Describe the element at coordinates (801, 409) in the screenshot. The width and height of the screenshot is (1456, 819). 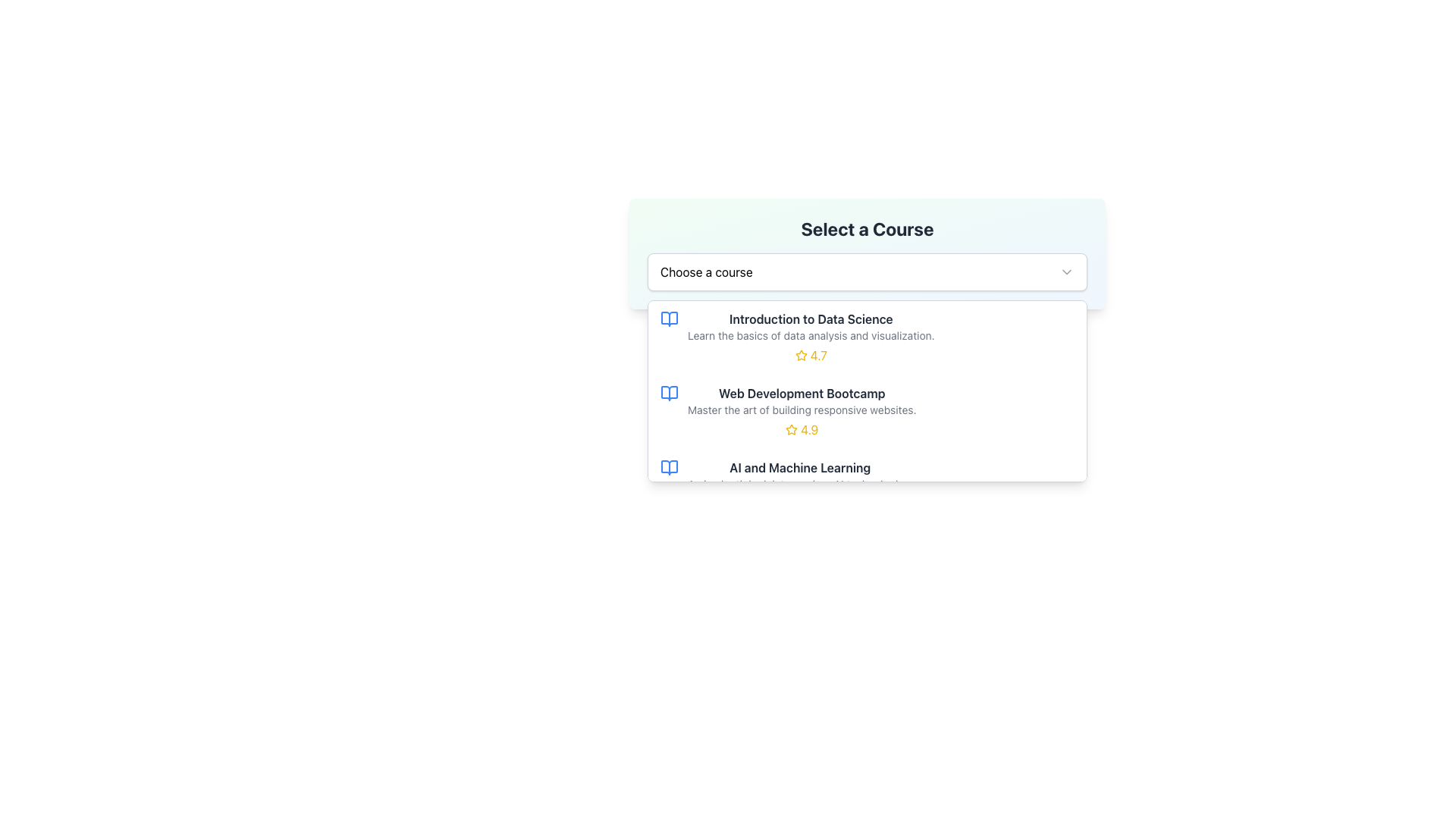
I see `the Text Label that provides a brief description for the 'Web Development Bootcamp' course, located below the course title and above the star rating` at that location.